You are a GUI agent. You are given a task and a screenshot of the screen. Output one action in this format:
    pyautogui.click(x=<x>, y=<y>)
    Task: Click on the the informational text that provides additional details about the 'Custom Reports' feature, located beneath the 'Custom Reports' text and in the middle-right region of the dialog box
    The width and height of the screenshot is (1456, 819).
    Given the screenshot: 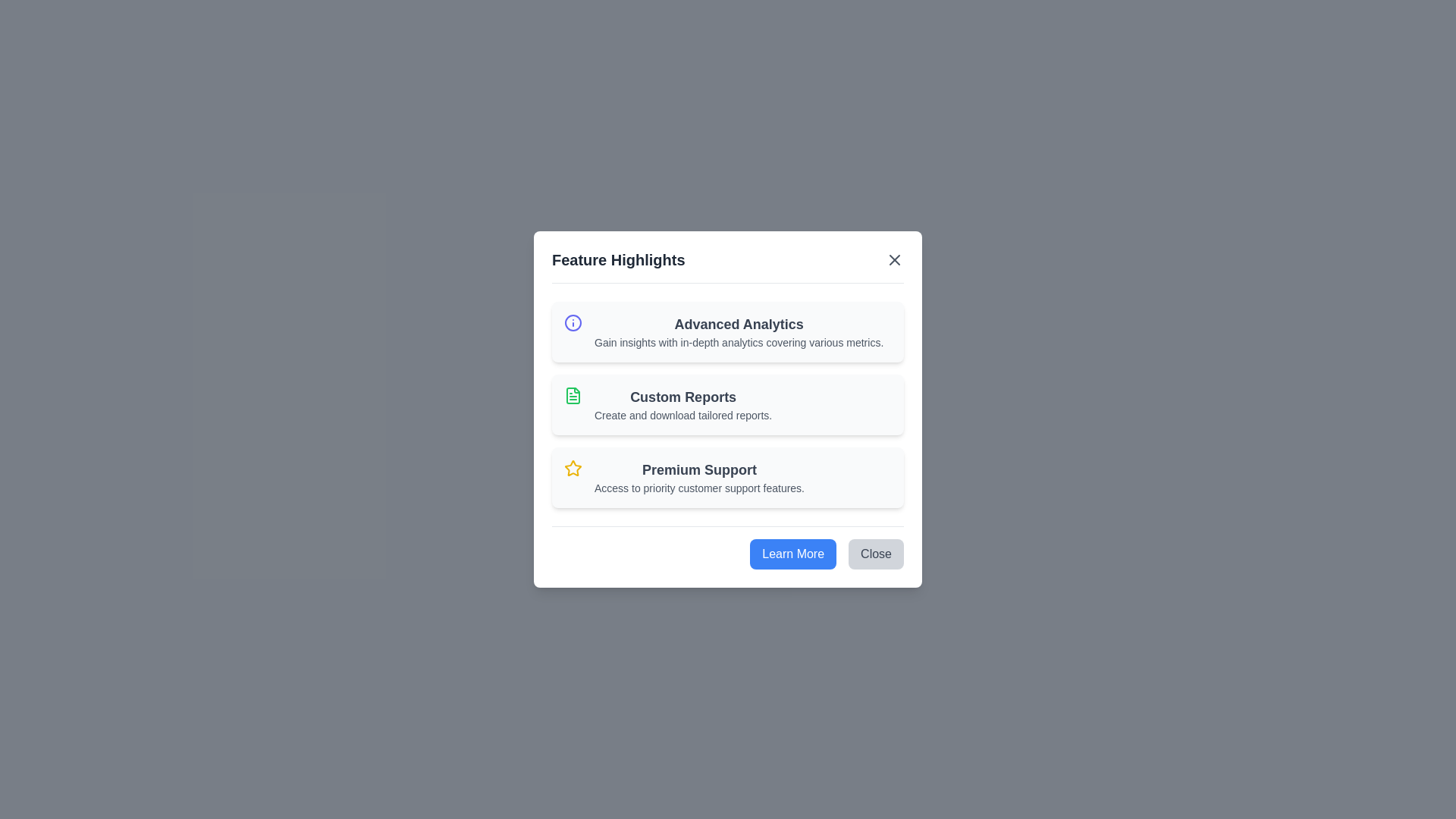 What is the action you would take?
    pyautogui.click(x=682, y=415)
    